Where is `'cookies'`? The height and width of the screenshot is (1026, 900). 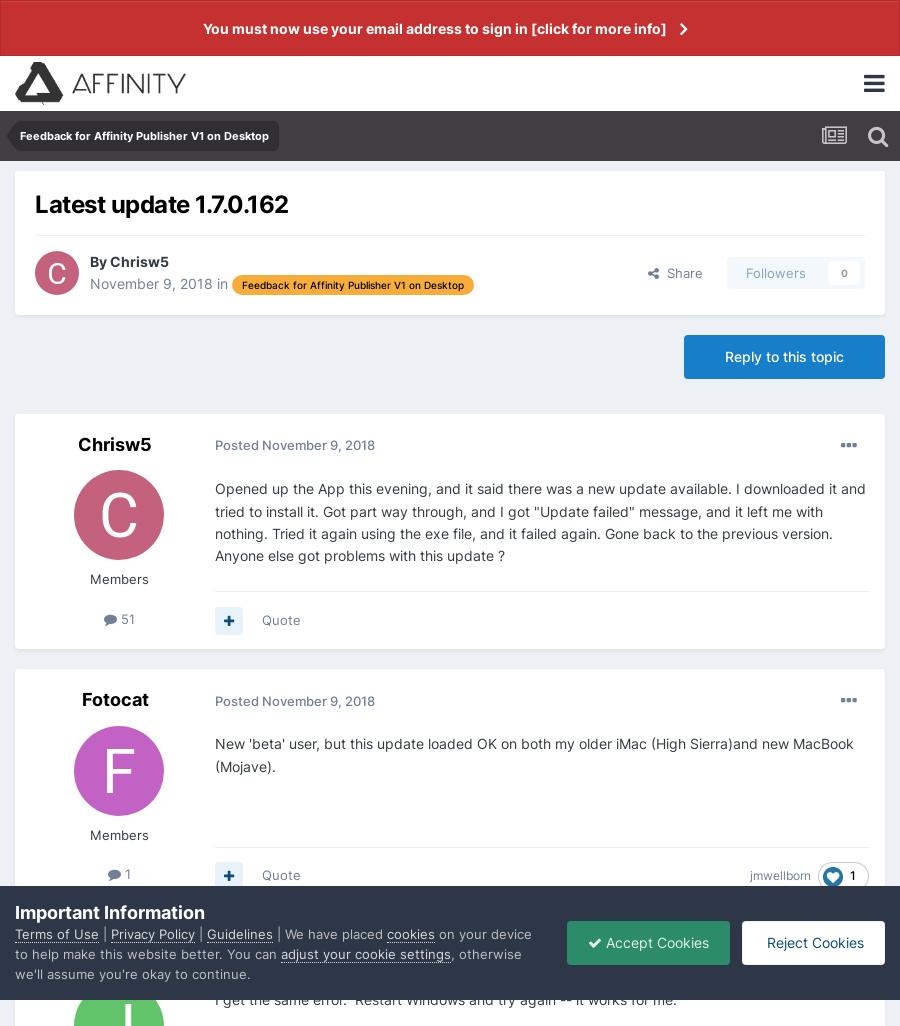
'cookies' is located at coordinates (411, 933).